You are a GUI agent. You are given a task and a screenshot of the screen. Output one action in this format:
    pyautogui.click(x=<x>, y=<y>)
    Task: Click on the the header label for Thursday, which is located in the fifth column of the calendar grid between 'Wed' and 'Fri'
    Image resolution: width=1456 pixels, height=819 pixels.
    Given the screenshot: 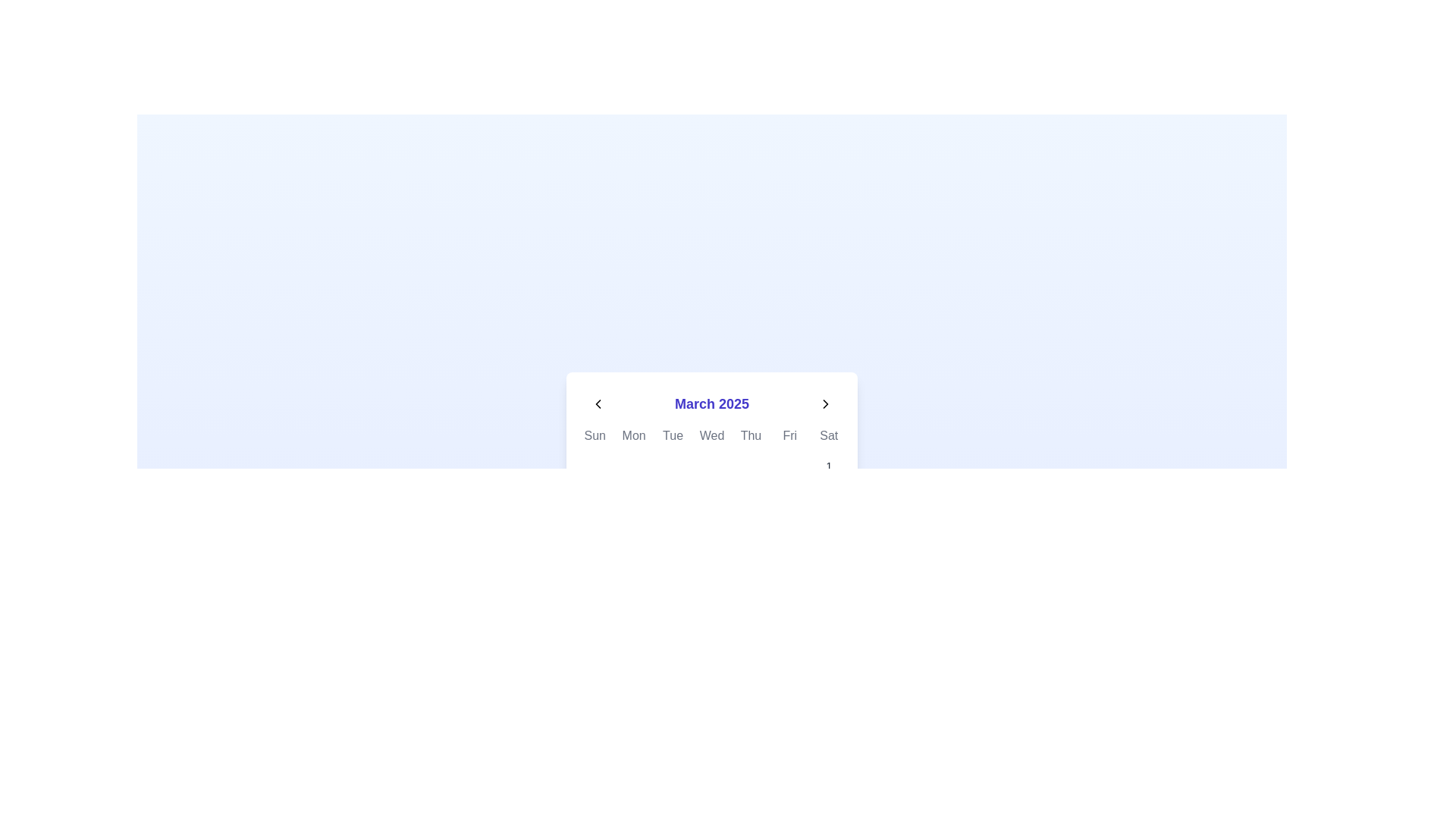 What is the action you would take?
    pyautogui.click(x=751, y=435)
    